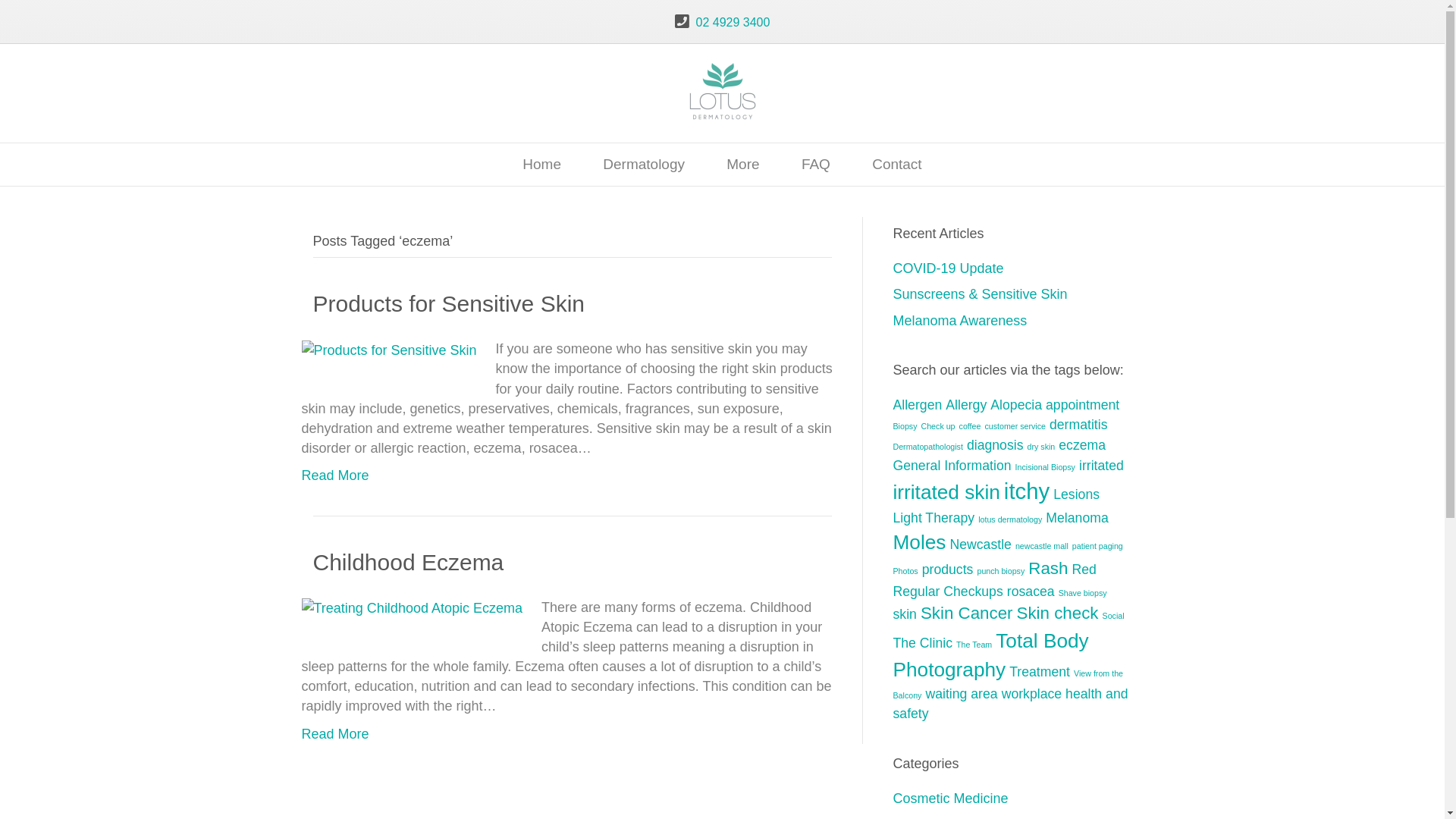 The height and width of the screenshot is (819, 1456). What do you see at coordinates (1026, 491) in the screenshot?
I see `'itchy'` at bounding box center [1026, 491].